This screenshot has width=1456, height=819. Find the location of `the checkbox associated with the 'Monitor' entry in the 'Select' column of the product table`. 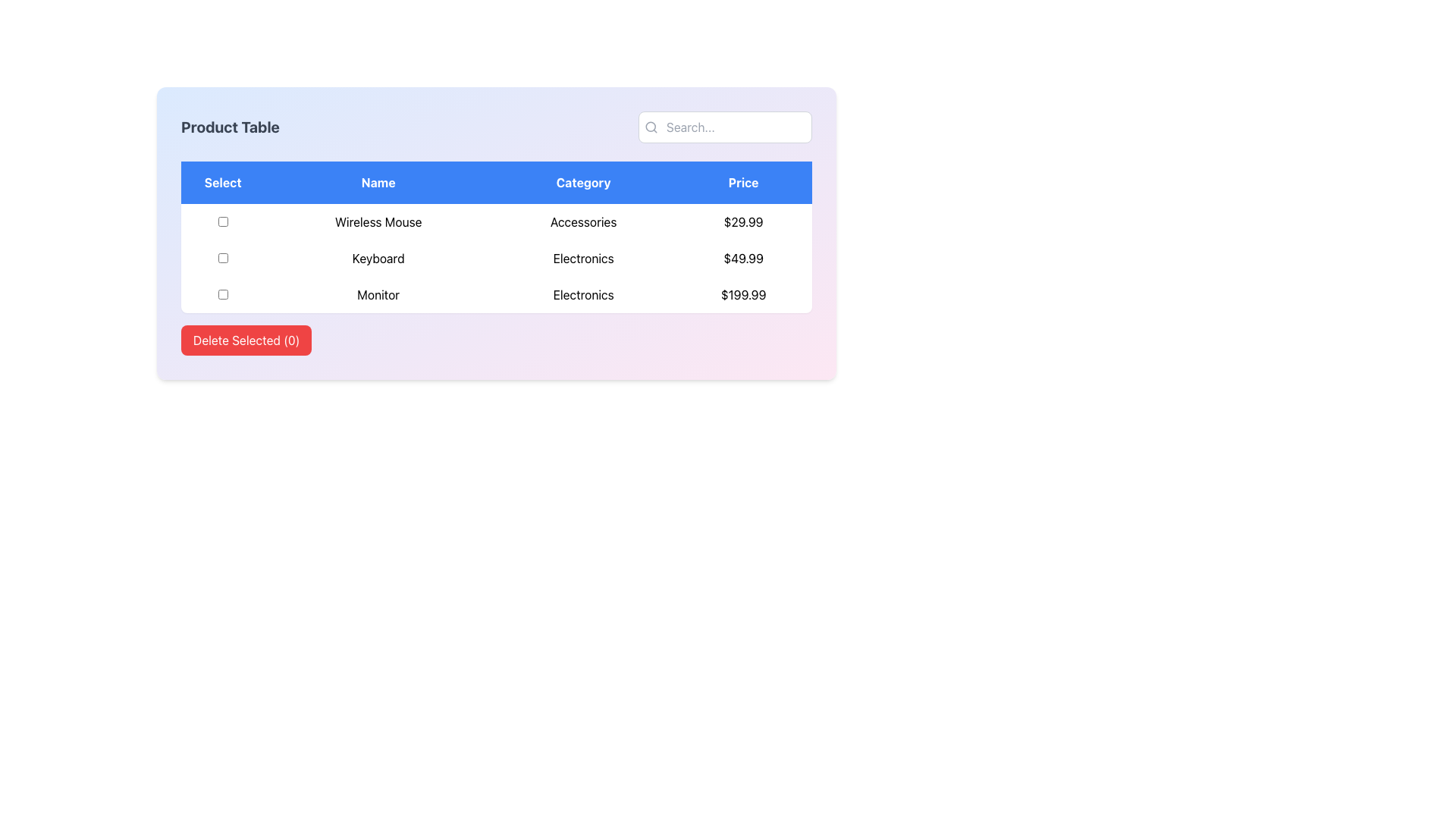

the checkbox associated with the 'Monitor' entry in the 'Select' column of the product table is located at coordinates (221, 294).